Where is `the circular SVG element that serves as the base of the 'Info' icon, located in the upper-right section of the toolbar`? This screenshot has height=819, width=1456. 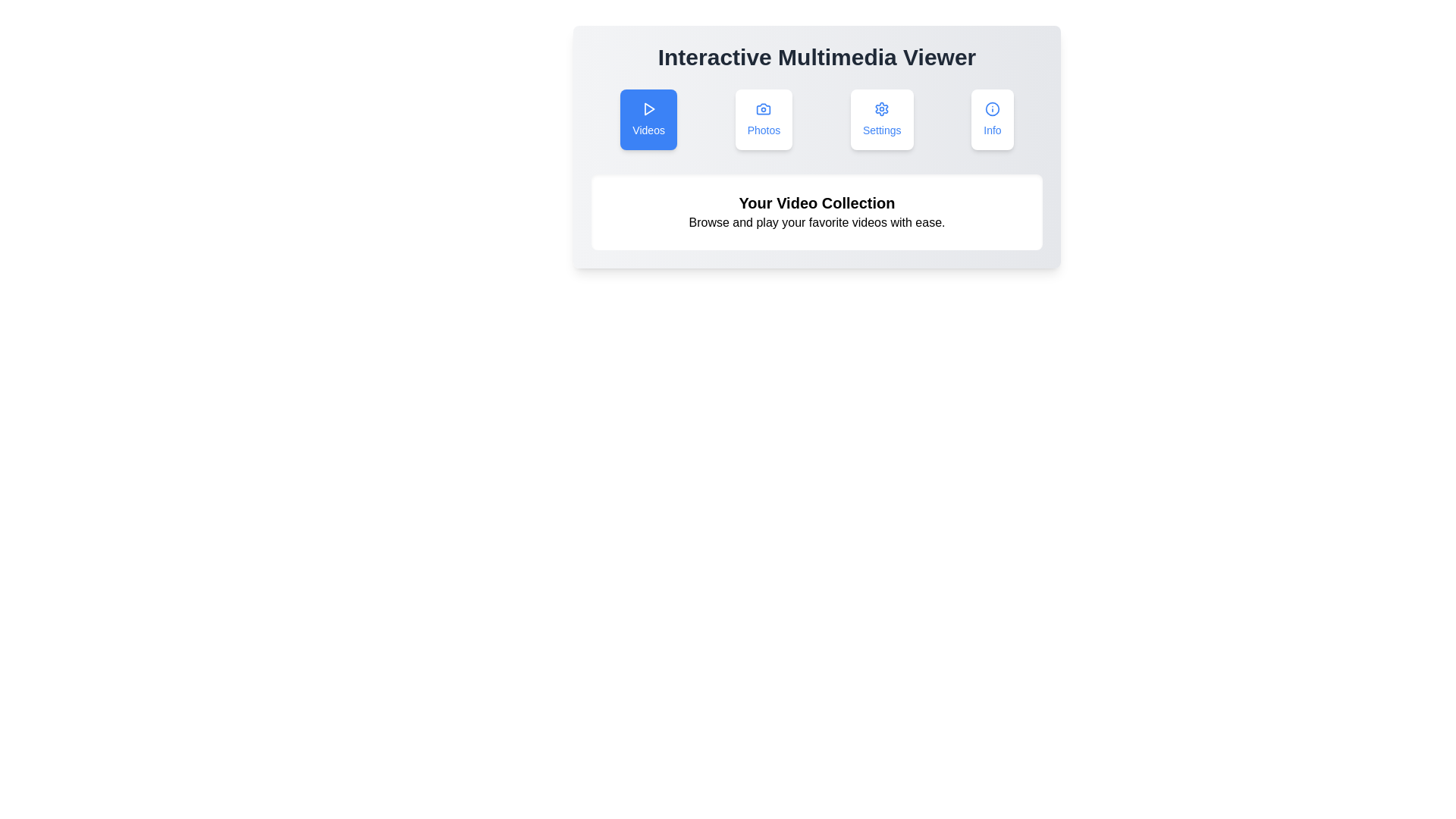 the circular SVG element that serves as the base of the 'Info' icon, located in the upper-right section of the toolbar is located at coordinates (992, 108).